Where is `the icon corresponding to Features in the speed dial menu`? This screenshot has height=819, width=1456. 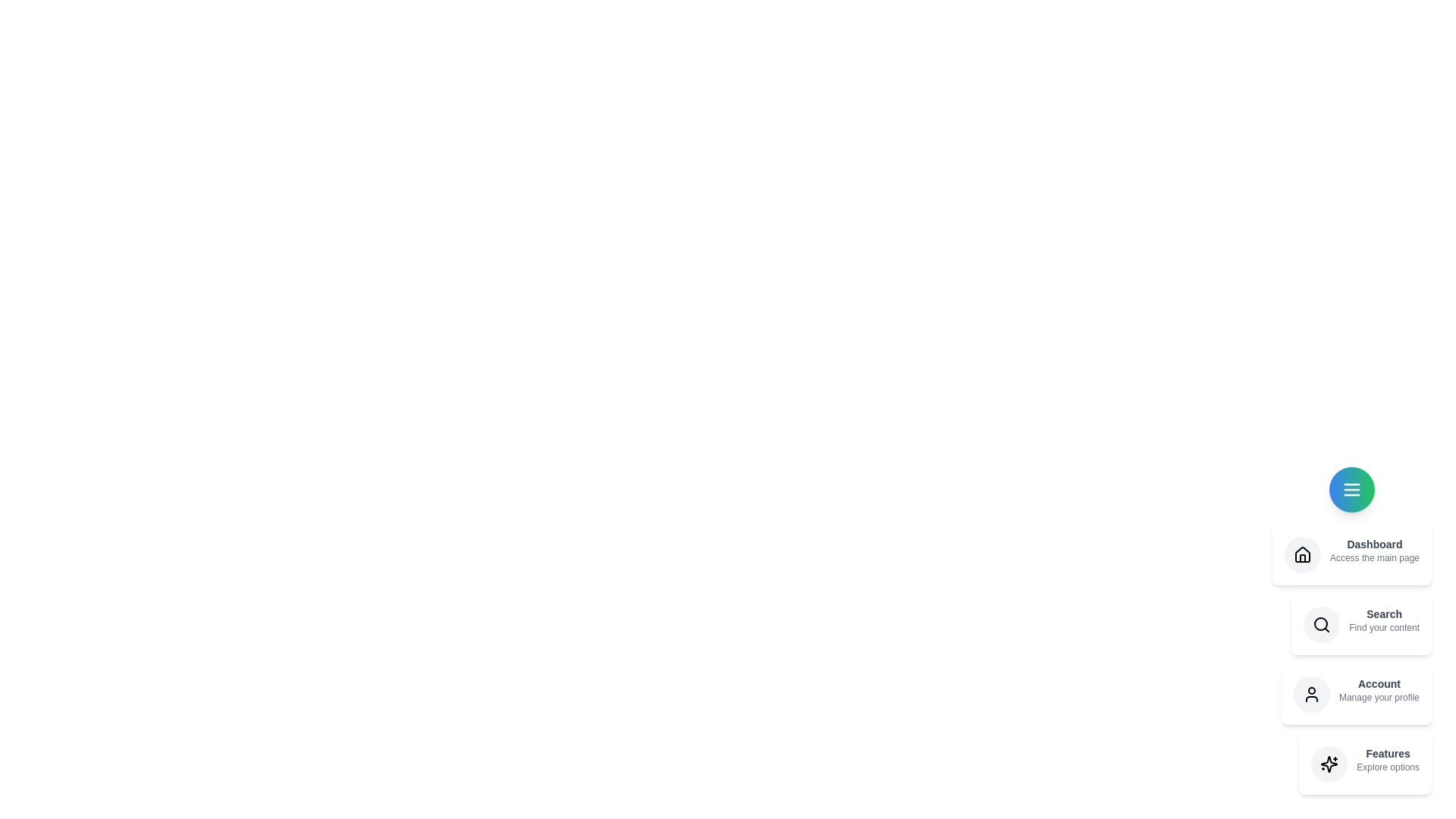
the icon corresponding to Features in the speed dial menu is located at coordinates (1329, 764).